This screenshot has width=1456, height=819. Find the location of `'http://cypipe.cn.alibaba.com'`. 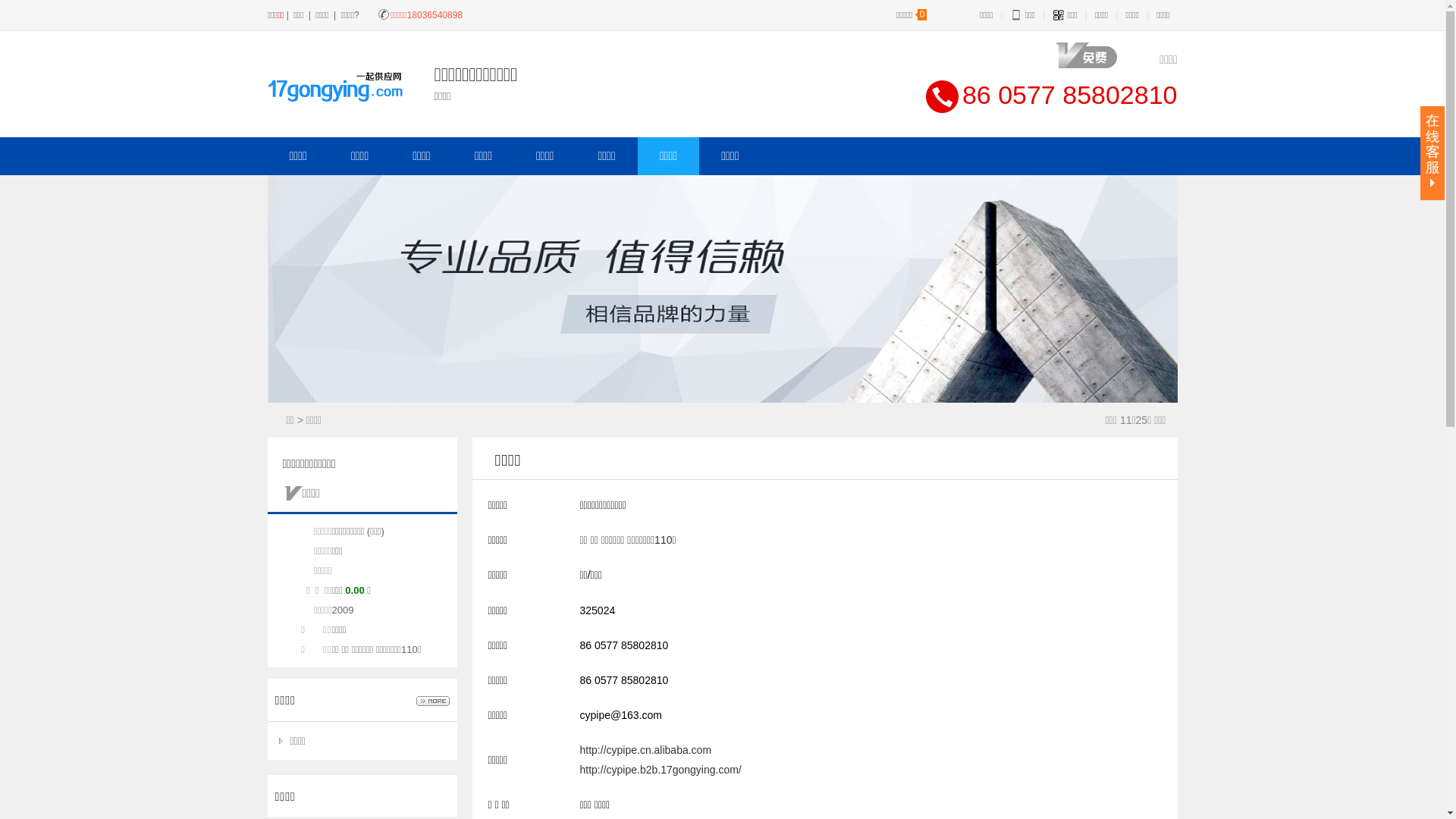

'http://cypipe.cn.alibaba.com' is located at coordinates (645, 748).